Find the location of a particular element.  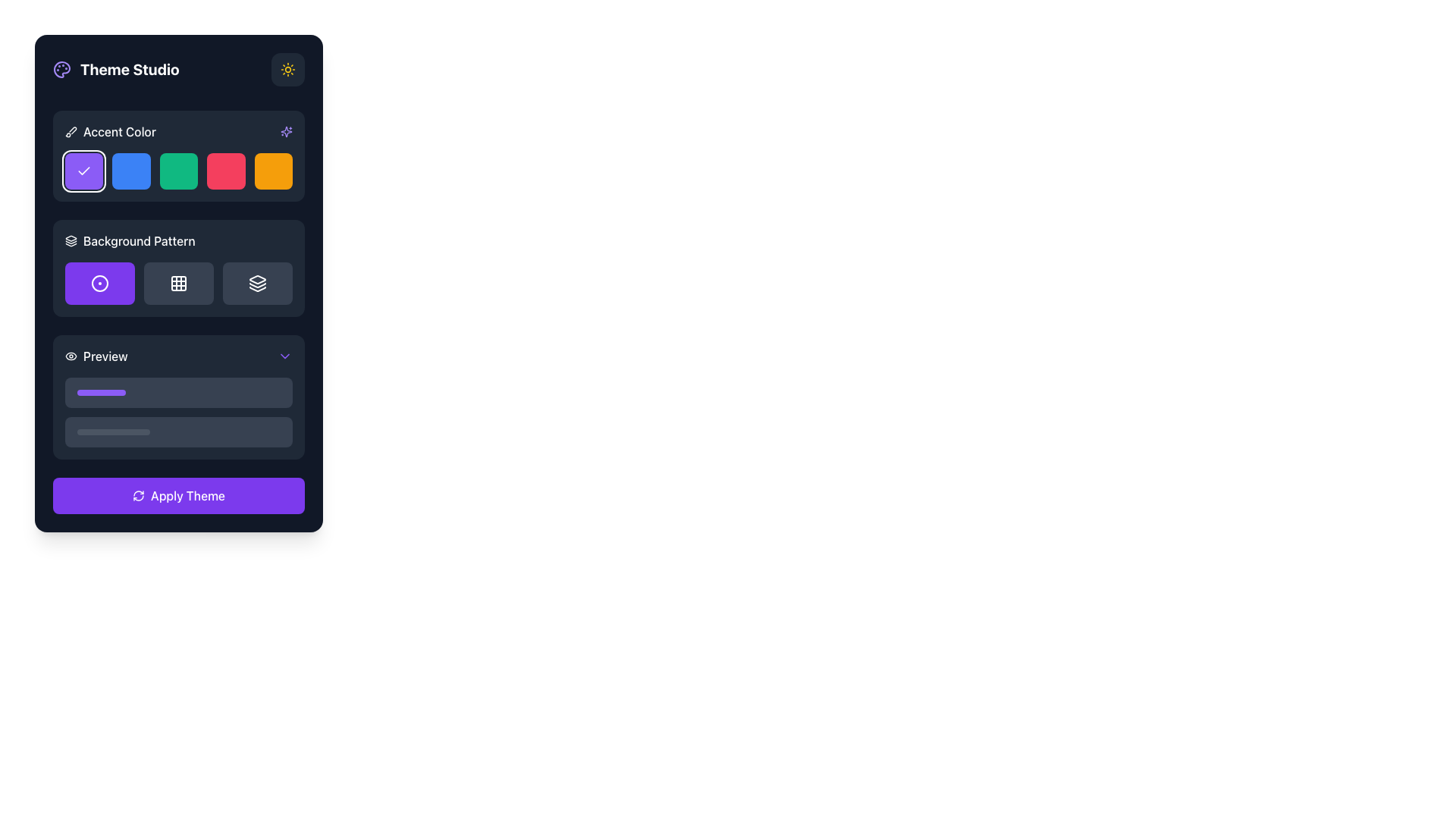

the second icon under the 'Background Pattern' section is located at coordinates (258, 284).